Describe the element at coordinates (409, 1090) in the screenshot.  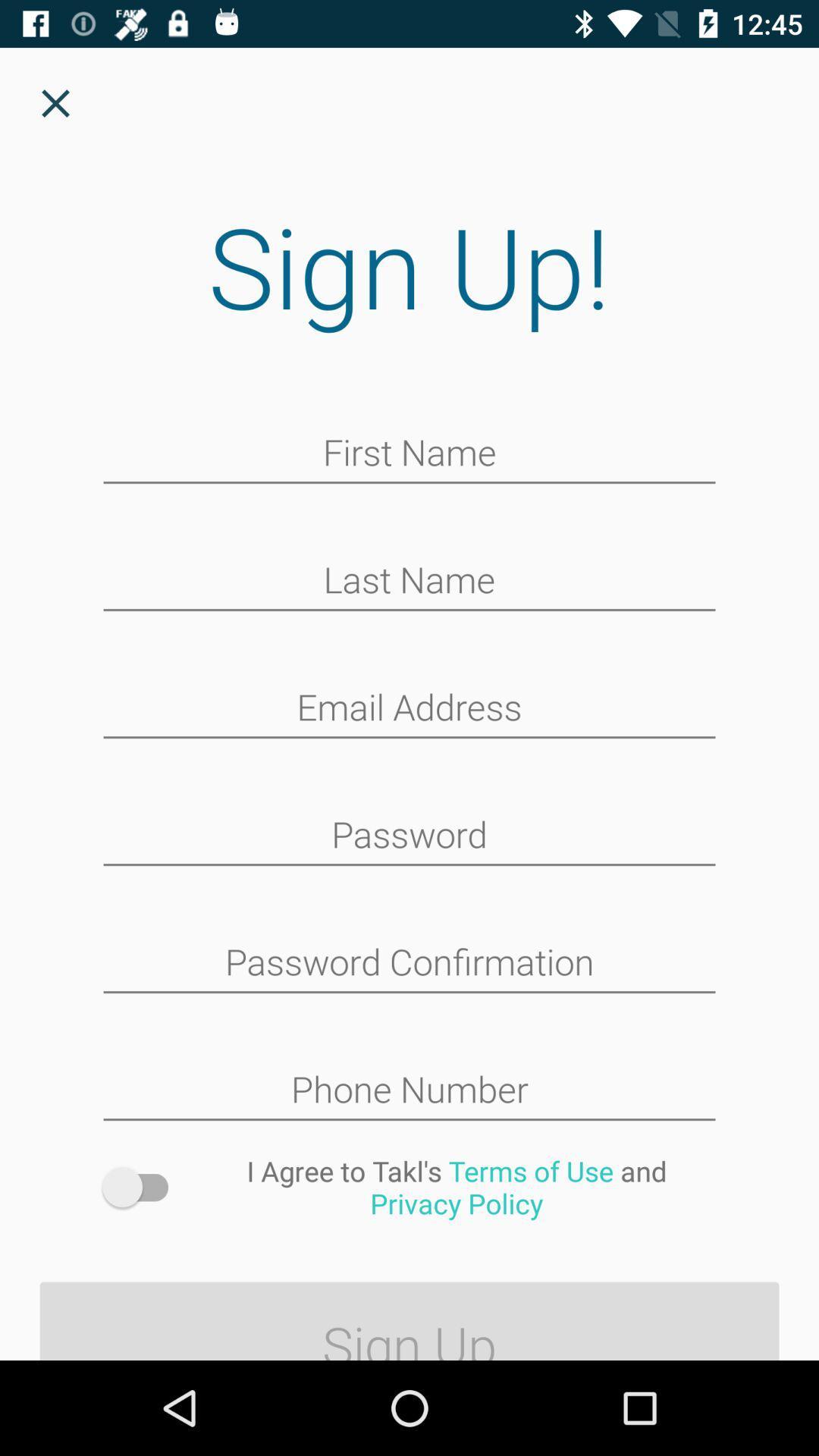
I see `your phone number` at that location.